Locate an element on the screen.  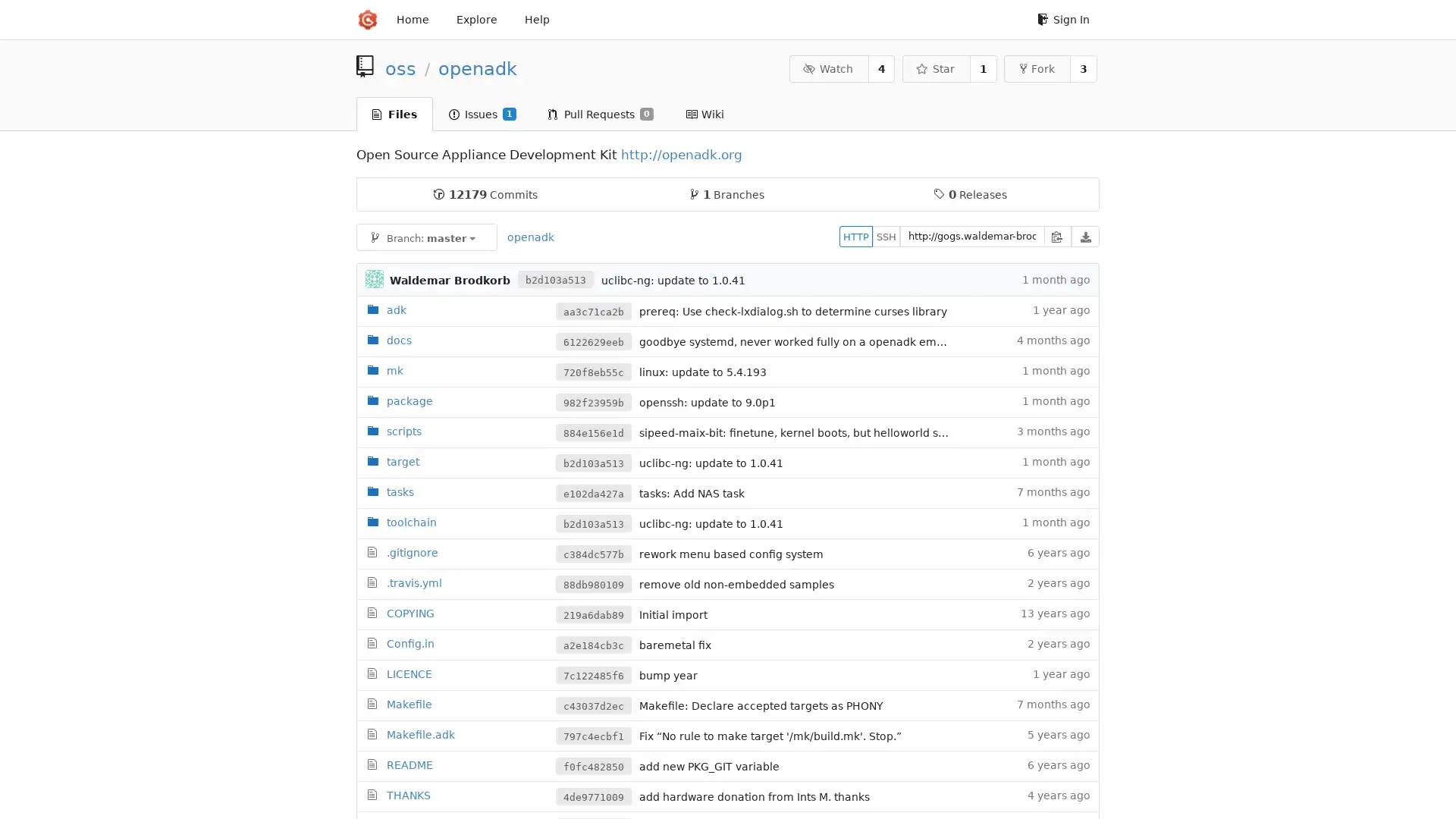
HTTP is located at coordinates (855, 236).